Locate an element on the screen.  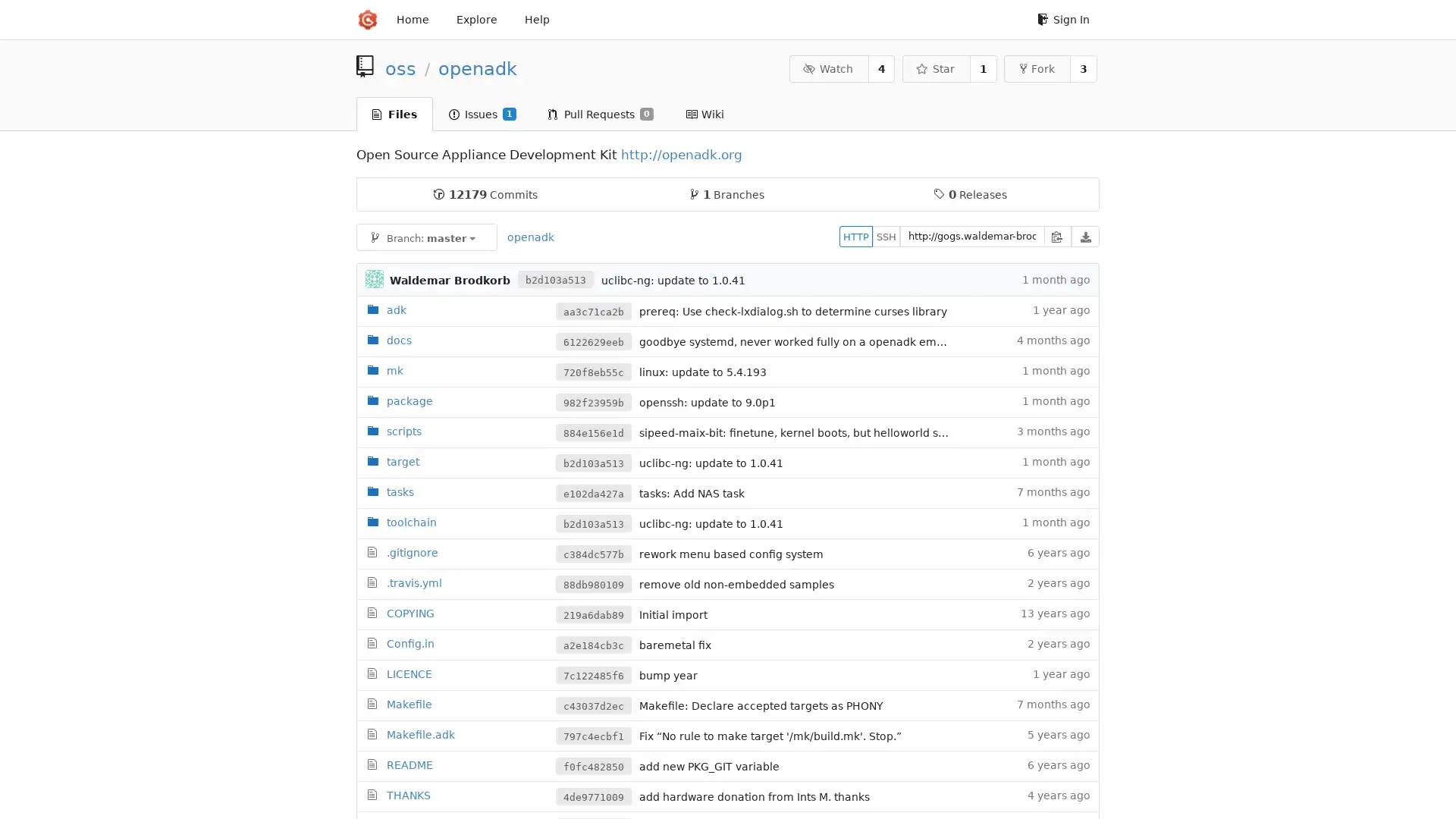
HTTP is located at coordinates (855, 236).